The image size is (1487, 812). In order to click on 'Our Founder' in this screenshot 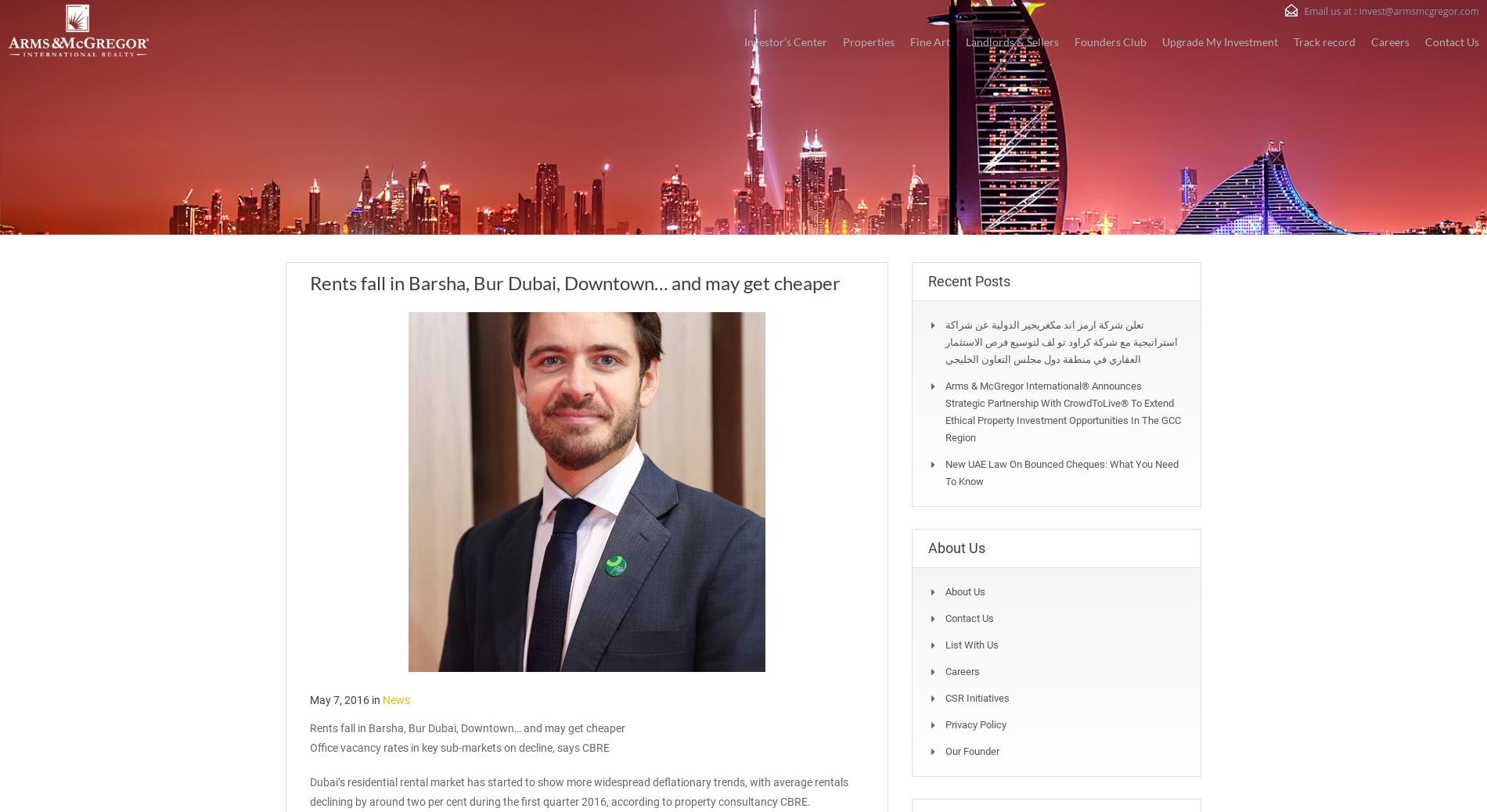, I will do `click(945, 751)`.